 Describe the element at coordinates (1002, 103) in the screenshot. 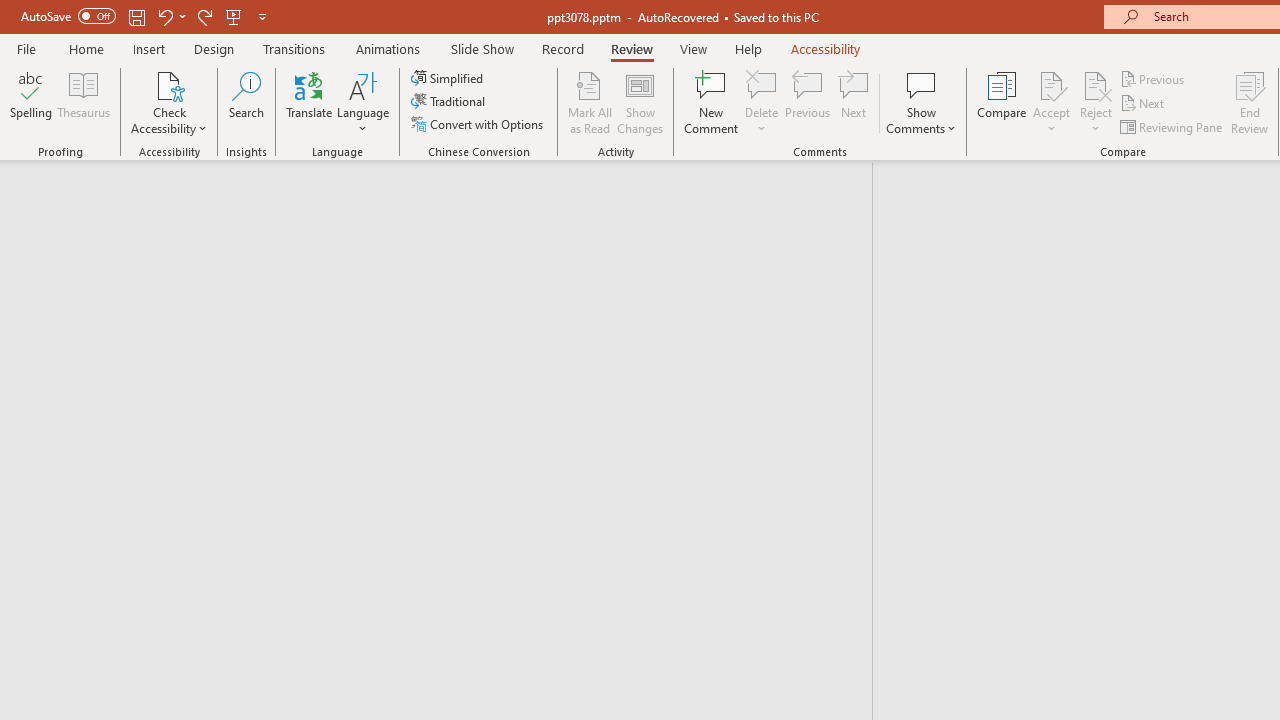

I see `'Compare'` at that location.